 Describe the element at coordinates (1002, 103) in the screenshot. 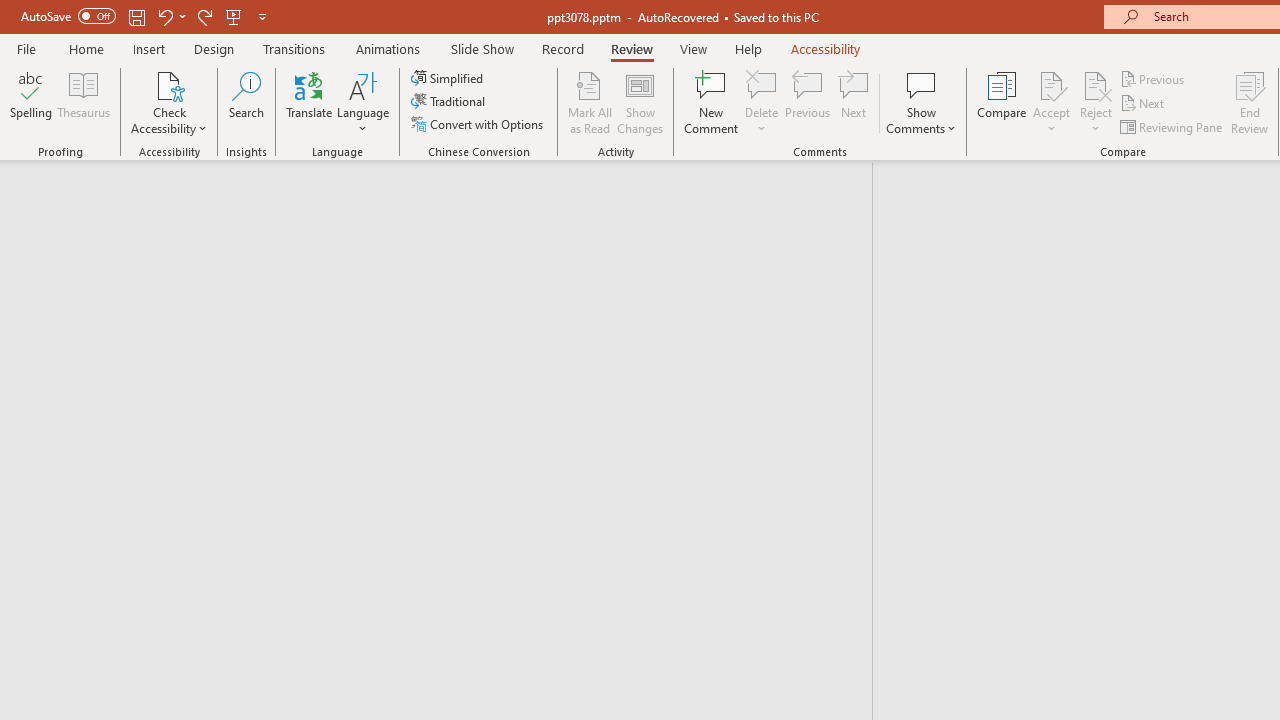

I see `'Compare'` at that location.